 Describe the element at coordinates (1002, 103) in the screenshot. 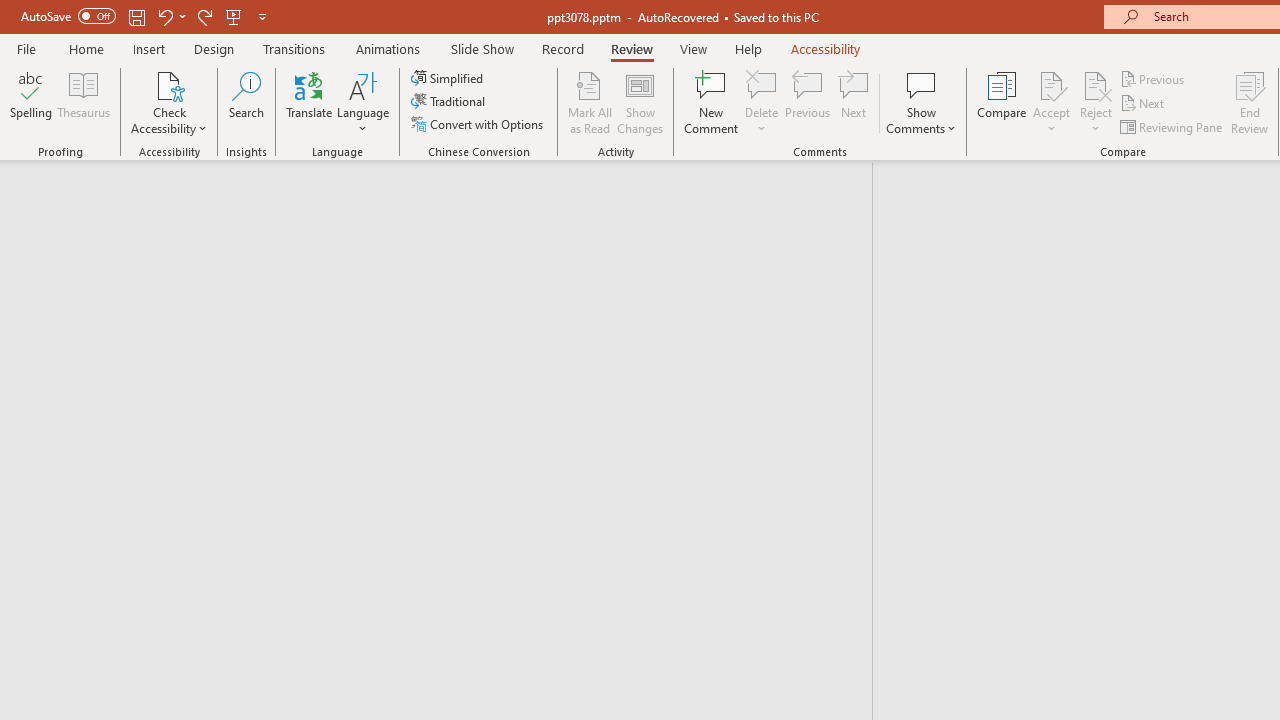

I see `'Compare'` at that location.